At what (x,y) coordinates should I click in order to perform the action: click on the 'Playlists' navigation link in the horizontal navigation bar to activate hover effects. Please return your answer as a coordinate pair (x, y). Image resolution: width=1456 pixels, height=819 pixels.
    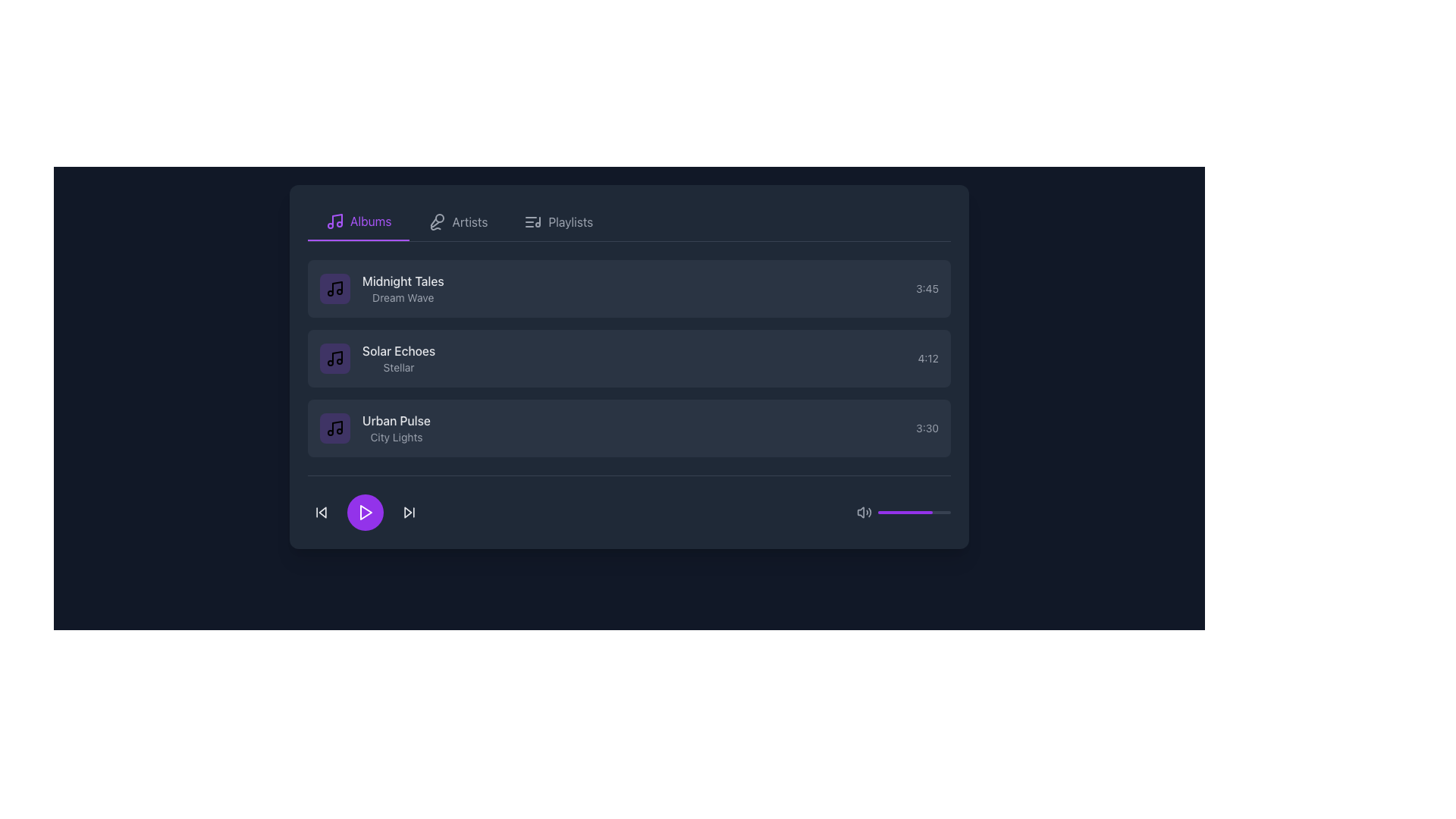
    Looking at the image, I should click on (570, 222).